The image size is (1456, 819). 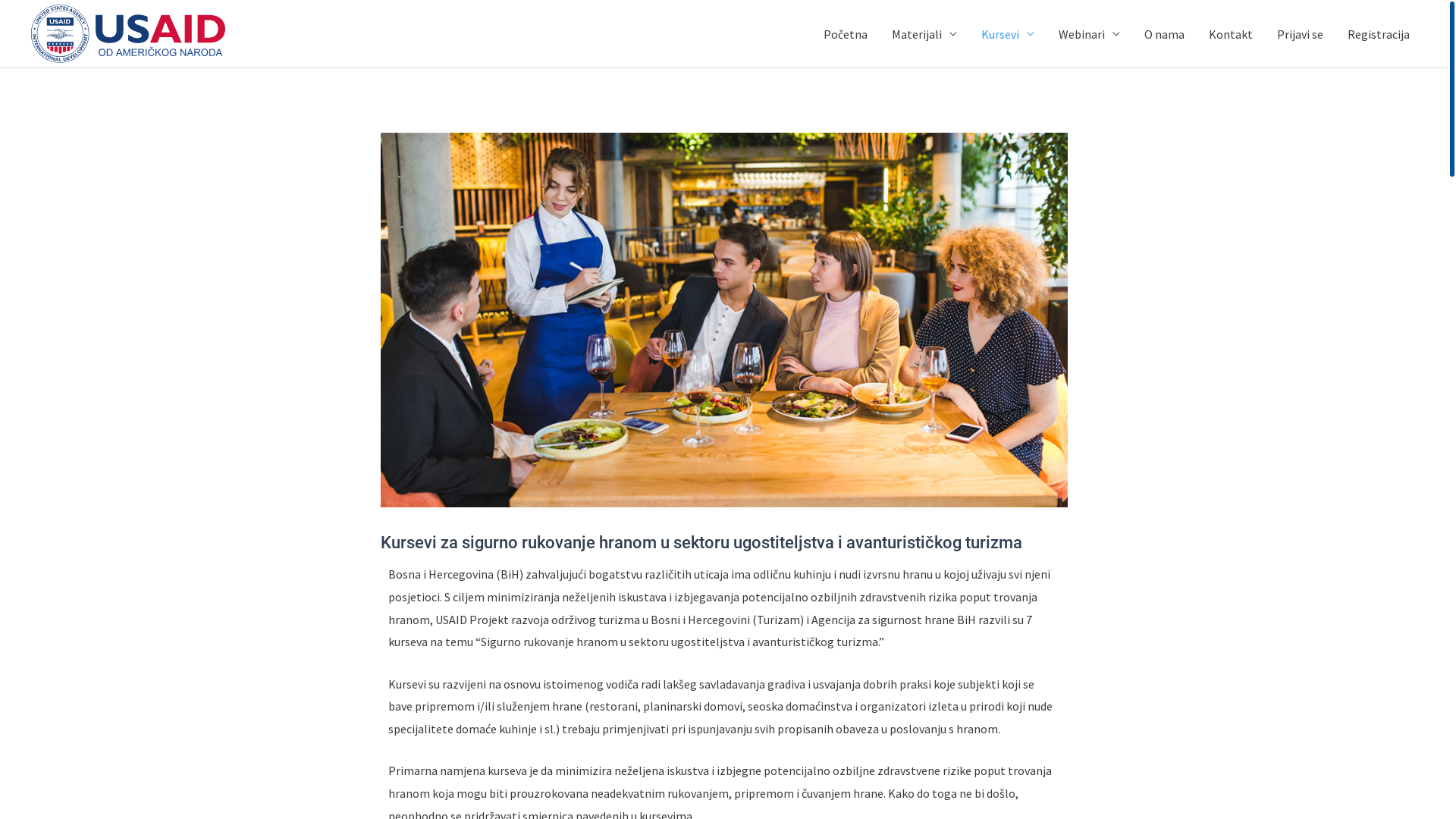 I want to click on 'Registracija', so click(x=1379, y=33).